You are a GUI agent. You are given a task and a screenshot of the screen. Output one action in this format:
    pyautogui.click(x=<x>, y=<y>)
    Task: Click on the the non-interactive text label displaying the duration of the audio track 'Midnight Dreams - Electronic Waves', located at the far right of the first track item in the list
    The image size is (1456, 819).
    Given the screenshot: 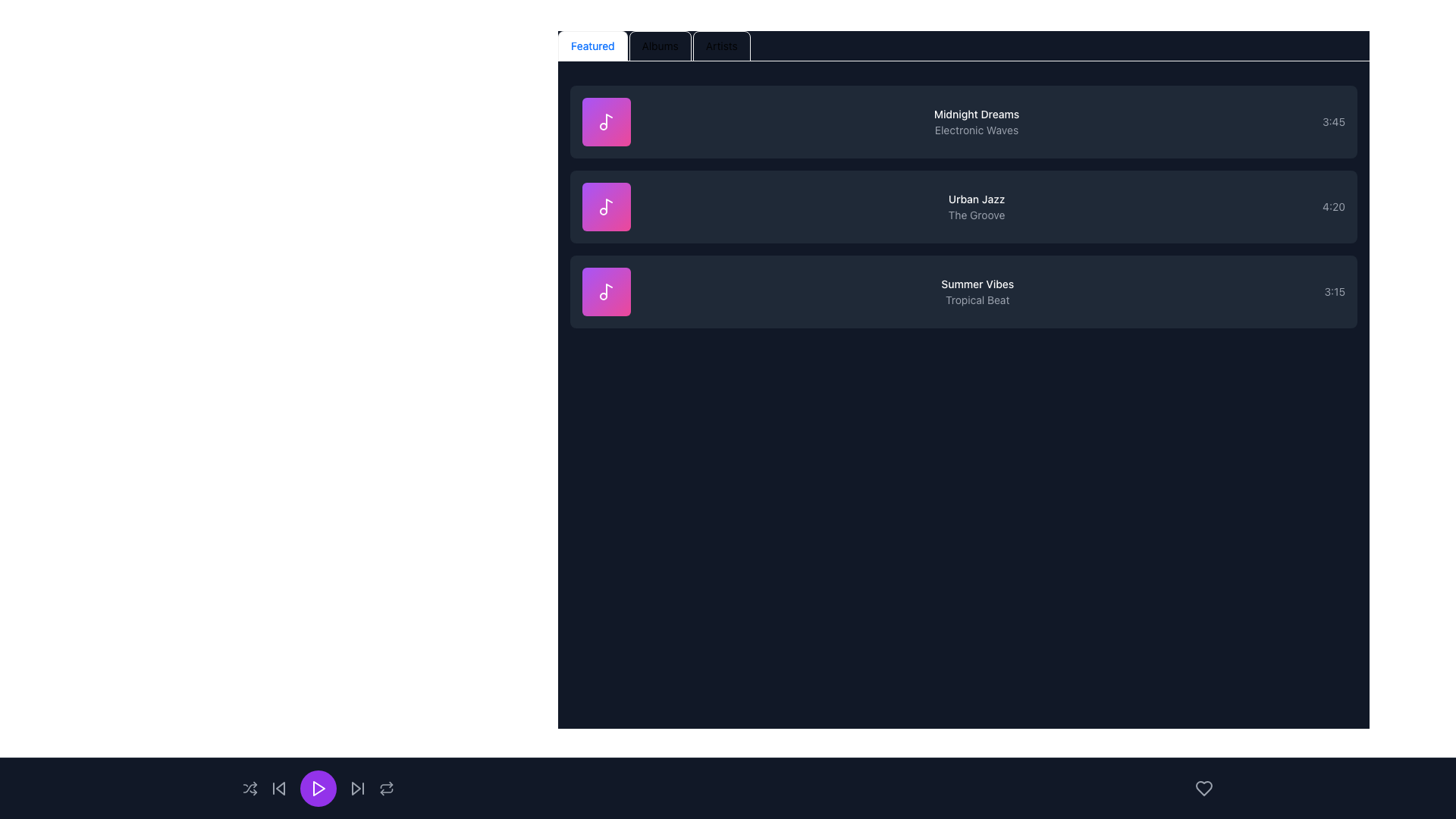 What is the action you would take?
    pyautogui.click(x=1332, y=121)
    